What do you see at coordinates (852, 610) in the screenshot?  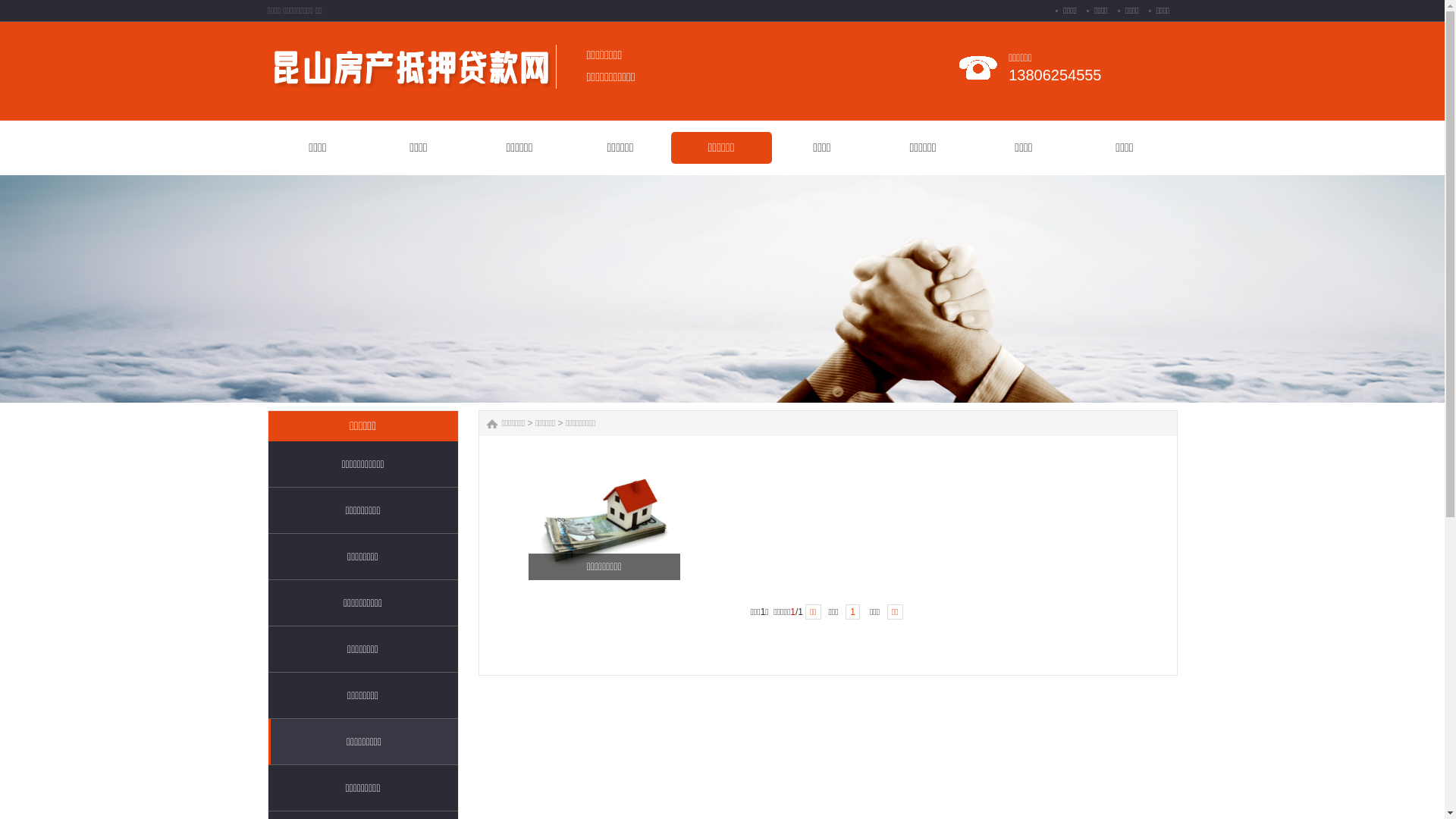 I see `'1'` at bounding box center [852, 610].